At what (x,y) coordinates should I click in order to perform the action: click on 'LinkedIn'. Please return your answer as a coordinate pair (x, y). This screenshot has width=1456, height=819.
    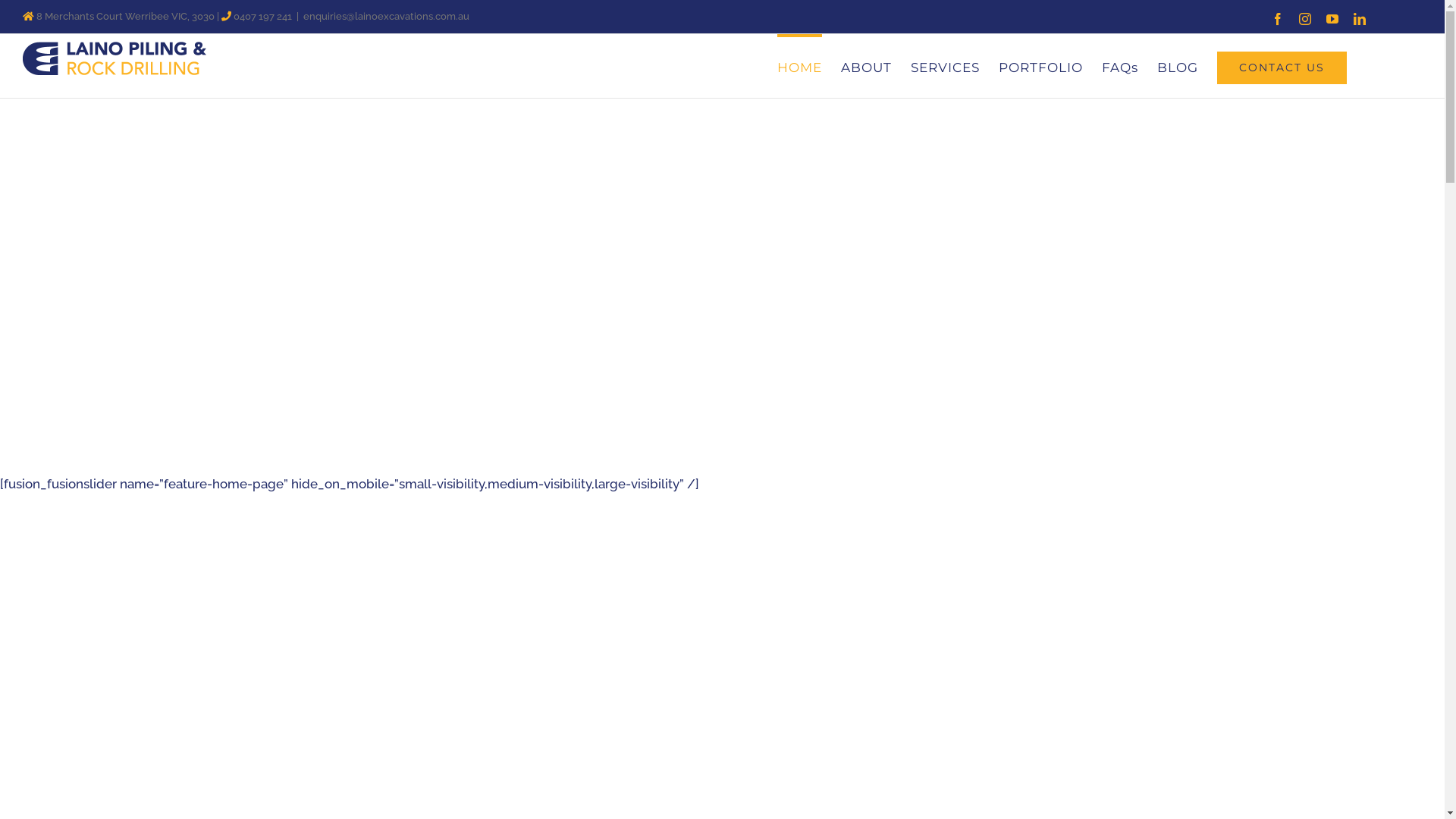
    Looking at the image, I should click on (1360, 17).